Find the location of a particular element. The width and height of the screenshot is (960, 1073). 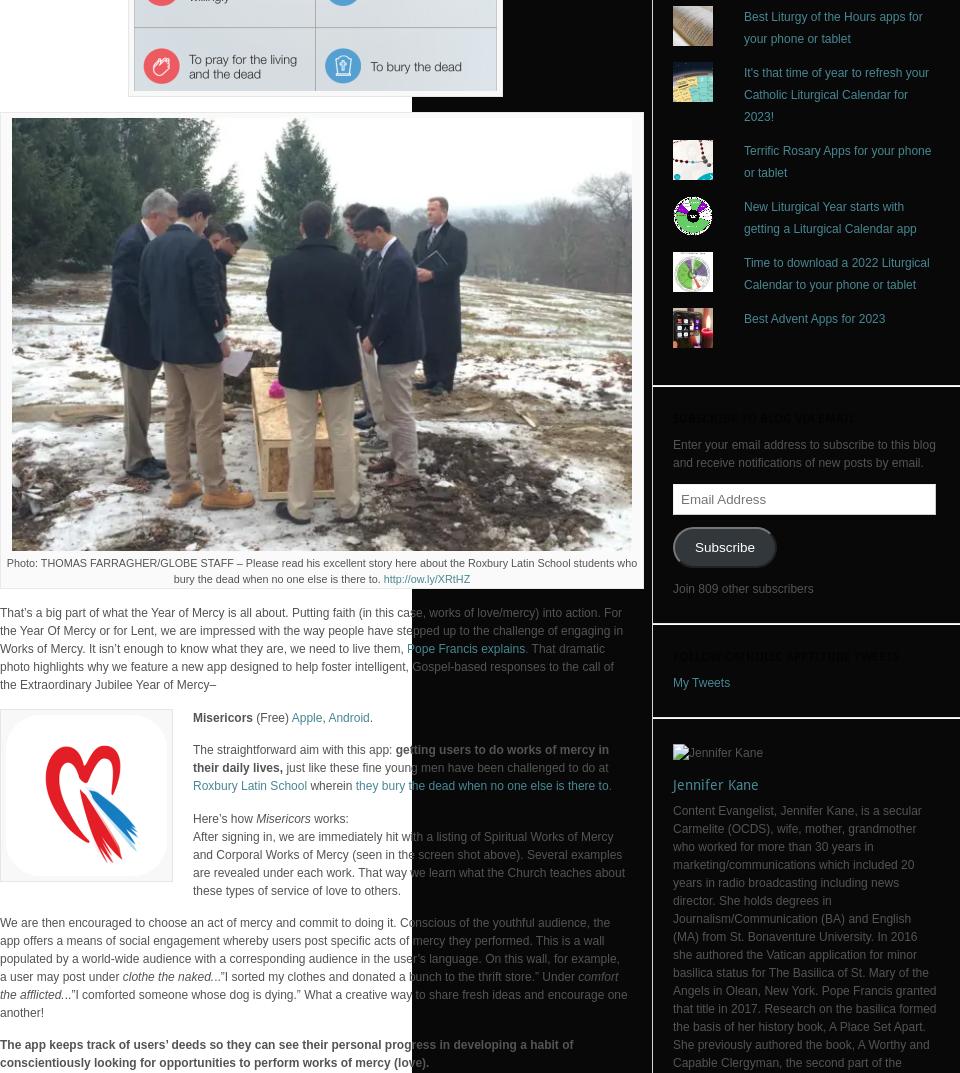

'Follow Catholic Apptitude Tweets' is located at coordinates (785, 655).